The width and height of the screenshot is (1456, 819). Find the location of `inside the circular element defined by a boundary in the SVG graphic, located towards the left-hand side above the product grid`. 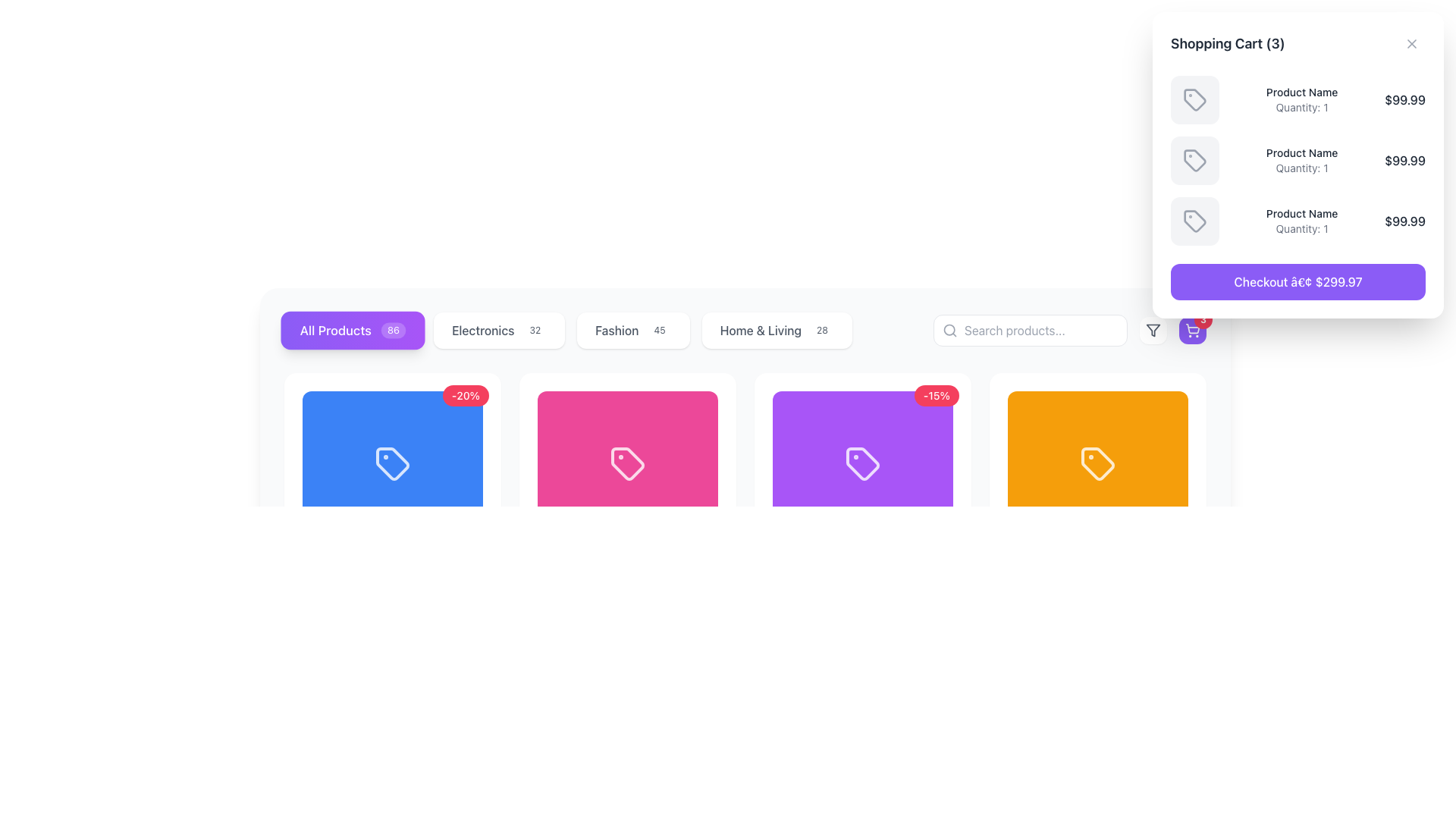

inside the circular element defined by a boundary in the SVG graphic, located towards the left-hand side above the product grid is located at coordinates (949, 329).